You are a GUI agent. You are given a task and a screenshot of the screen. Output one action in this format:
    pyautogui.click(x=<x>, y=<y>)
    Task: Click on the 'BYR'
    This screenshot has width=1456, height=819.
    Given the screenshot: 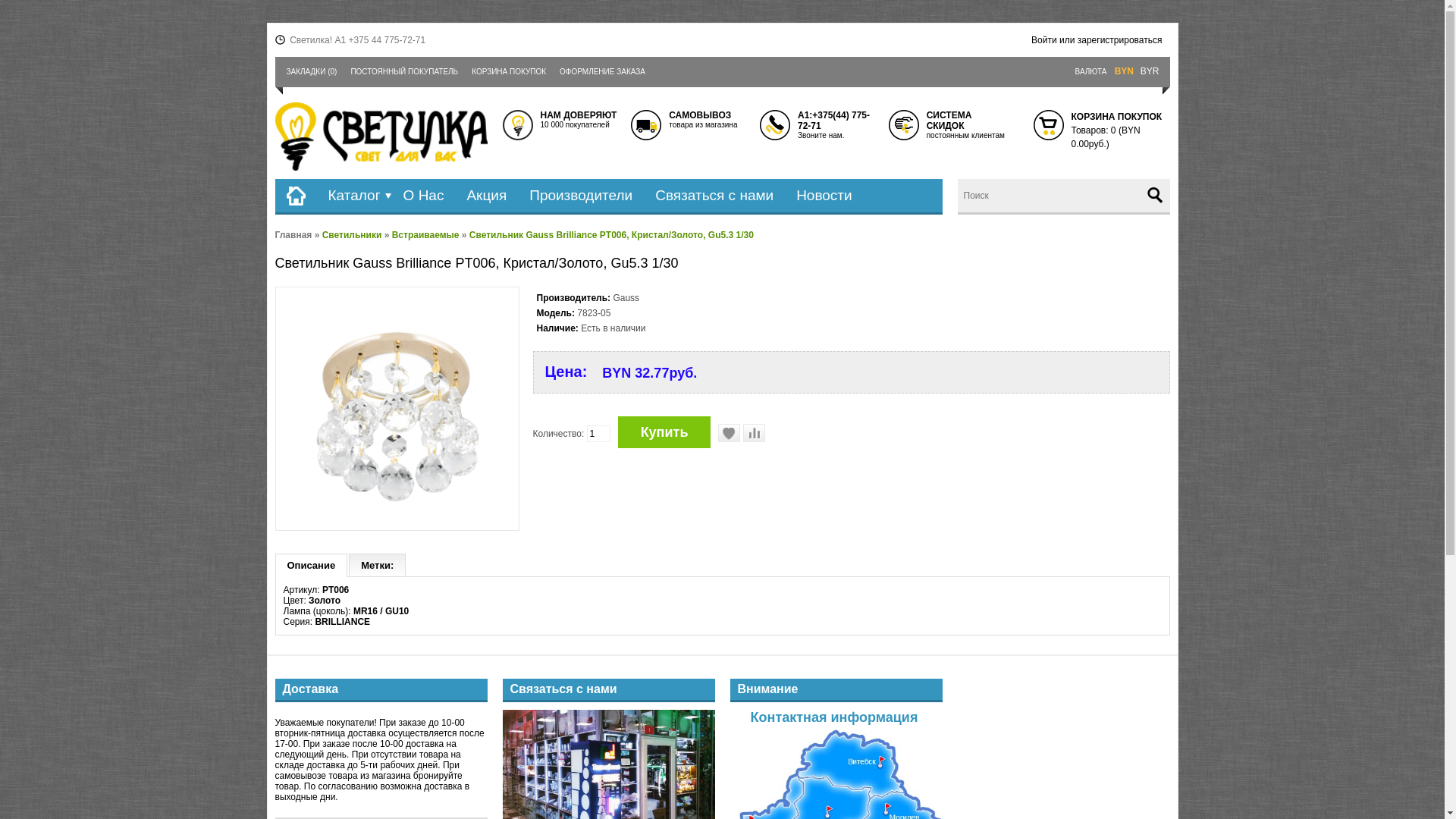 What is the action you would take?
    pyautogui.click(x=1150, y=71)
    